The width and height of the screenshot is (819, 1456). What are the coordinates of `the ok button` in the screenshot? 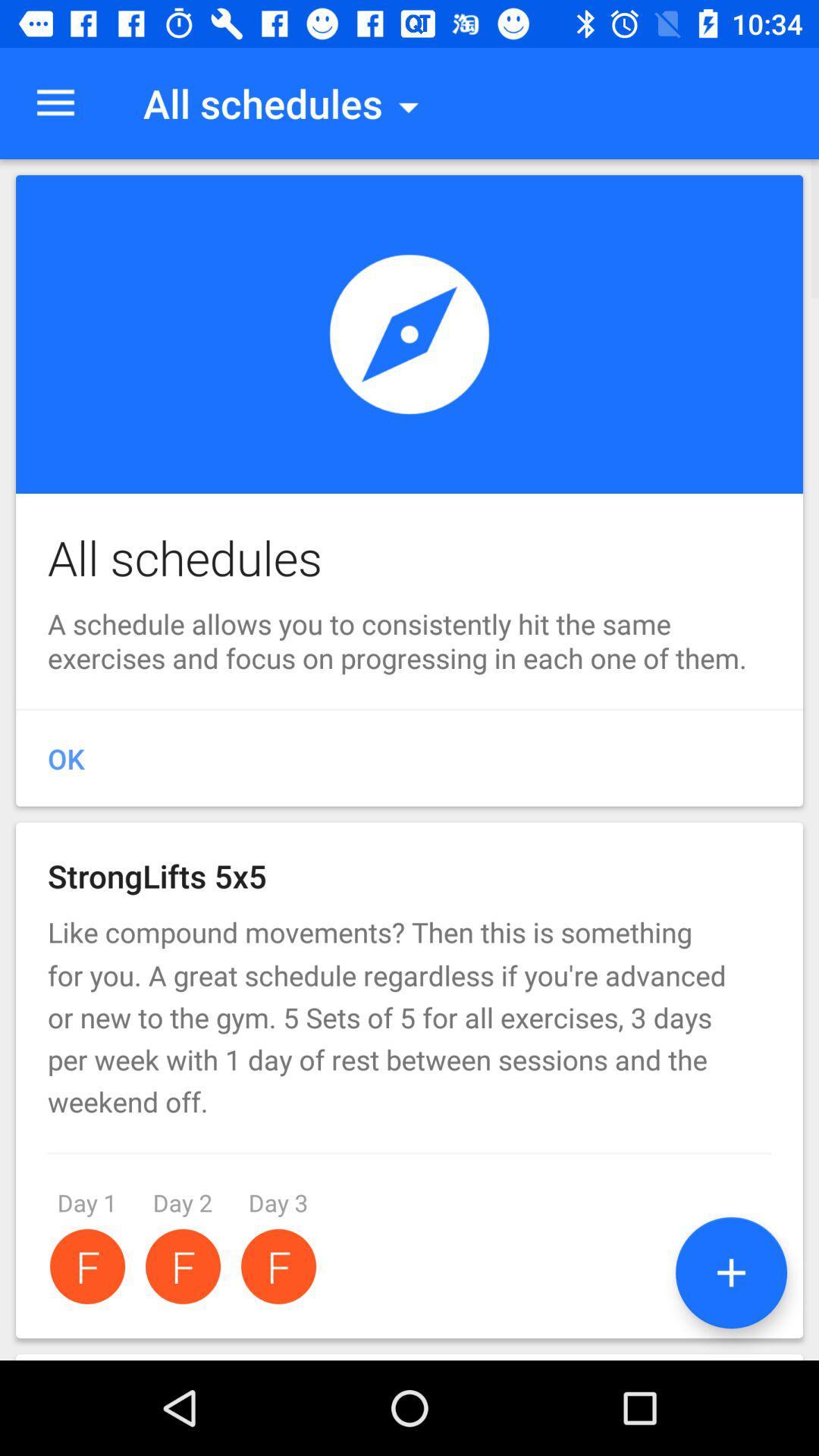 It's located at (409, 759).